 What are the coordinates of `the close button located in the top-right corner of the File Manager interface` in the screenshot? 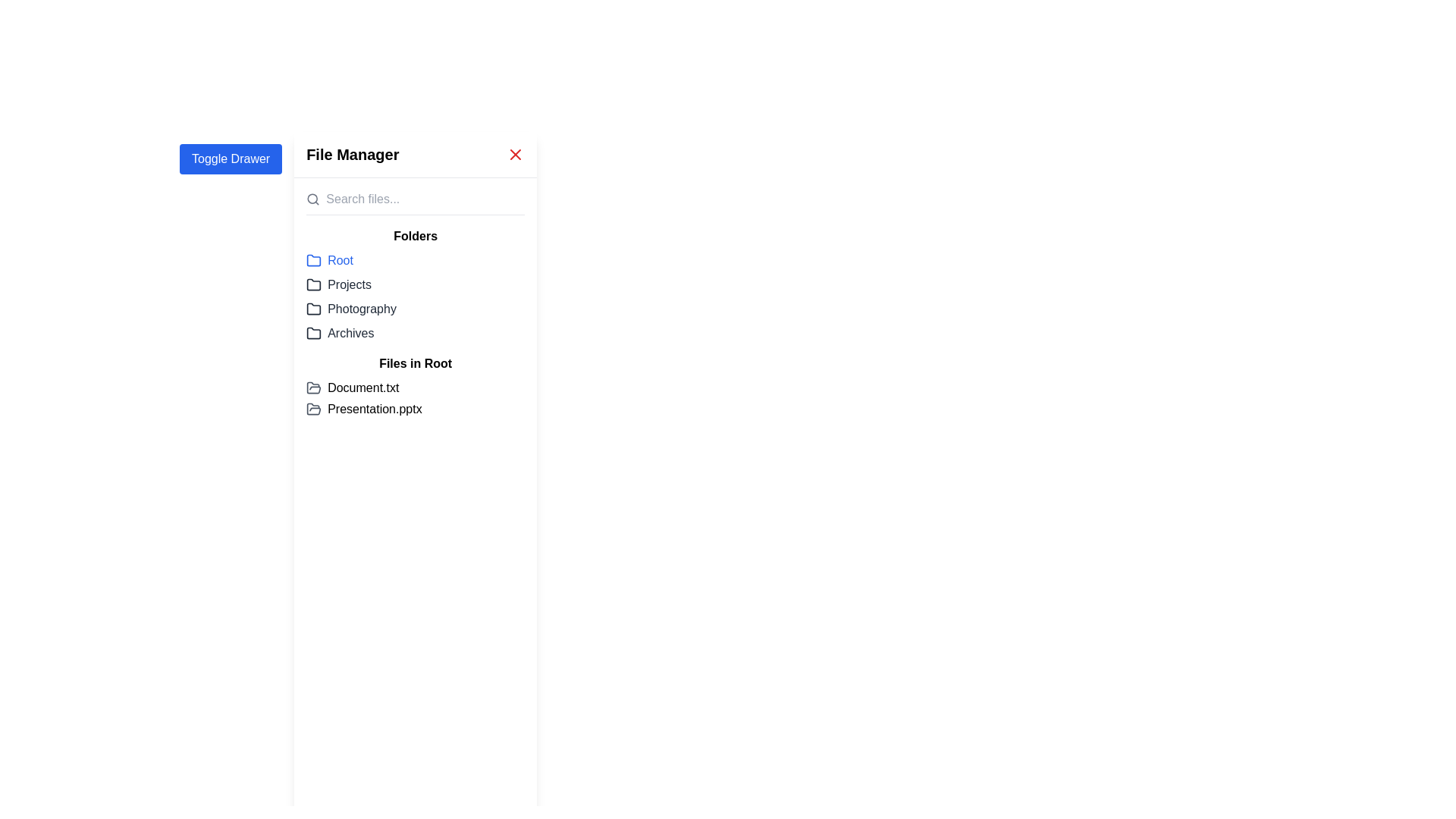 It's located at (516, 155).